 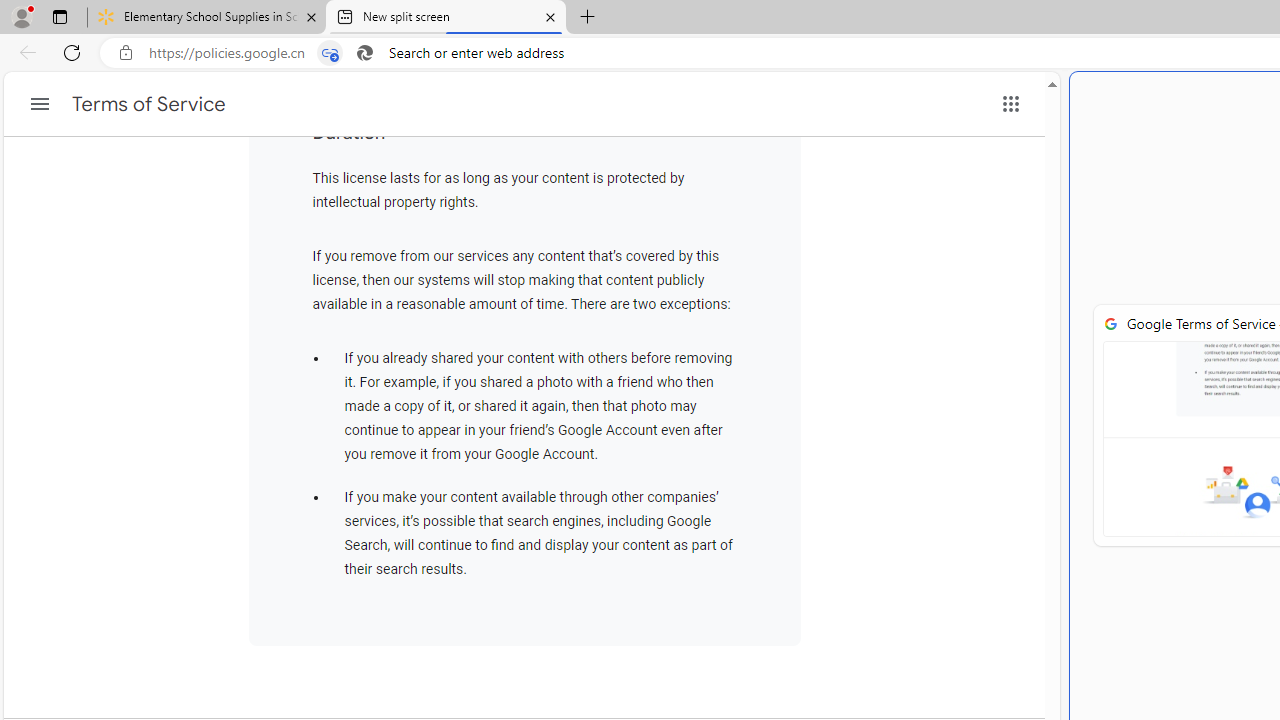 What do you see at coordinates (330, 52) in the screenshot?
I see `'Tabs in split screen'` at bounding box center [330, 52].